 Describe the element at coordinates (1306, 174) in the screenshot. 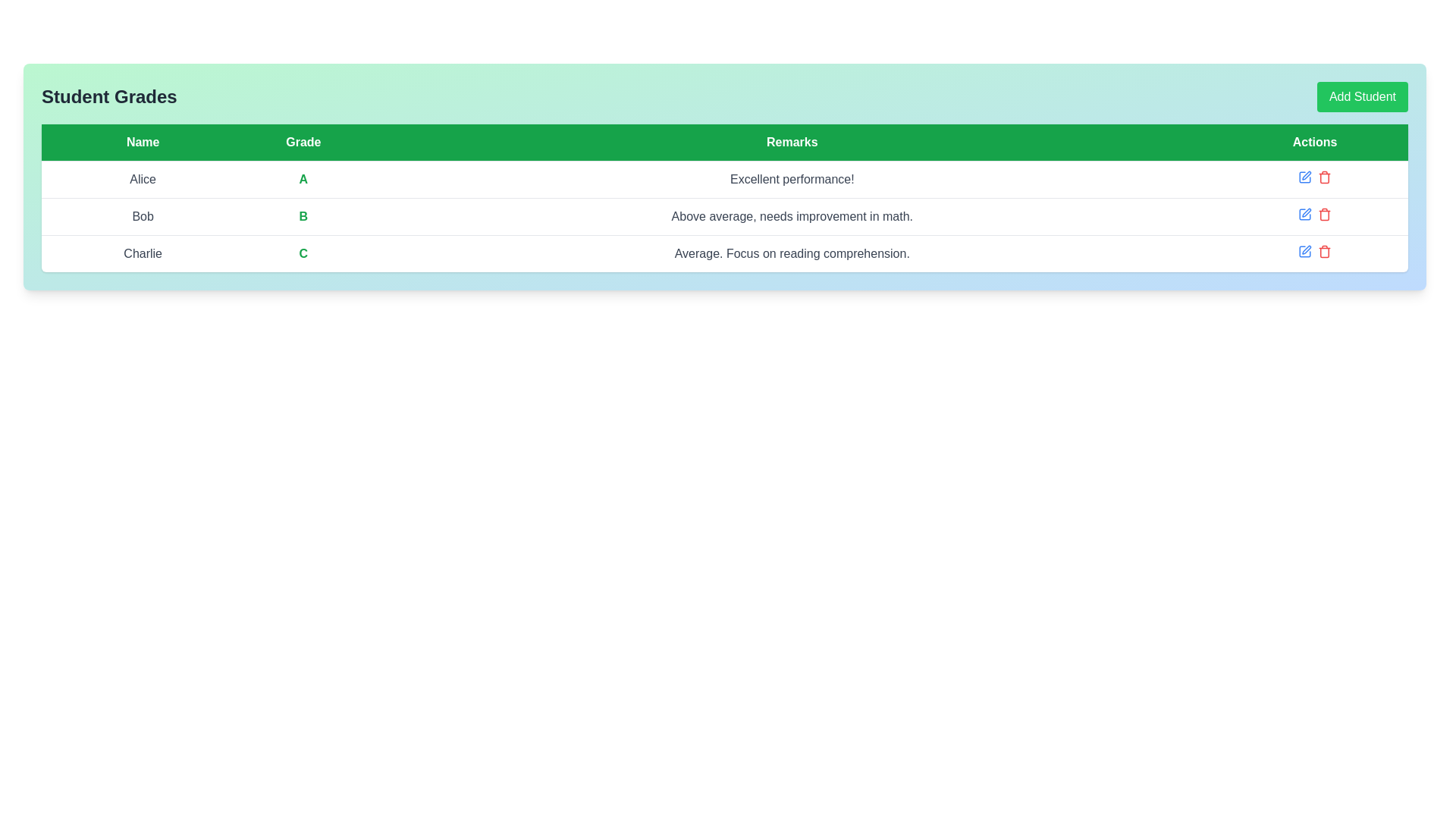

I see `the pen-shaped SVG icon in the 'Actions' column related to 'Alice' to initiate editing` at that location.